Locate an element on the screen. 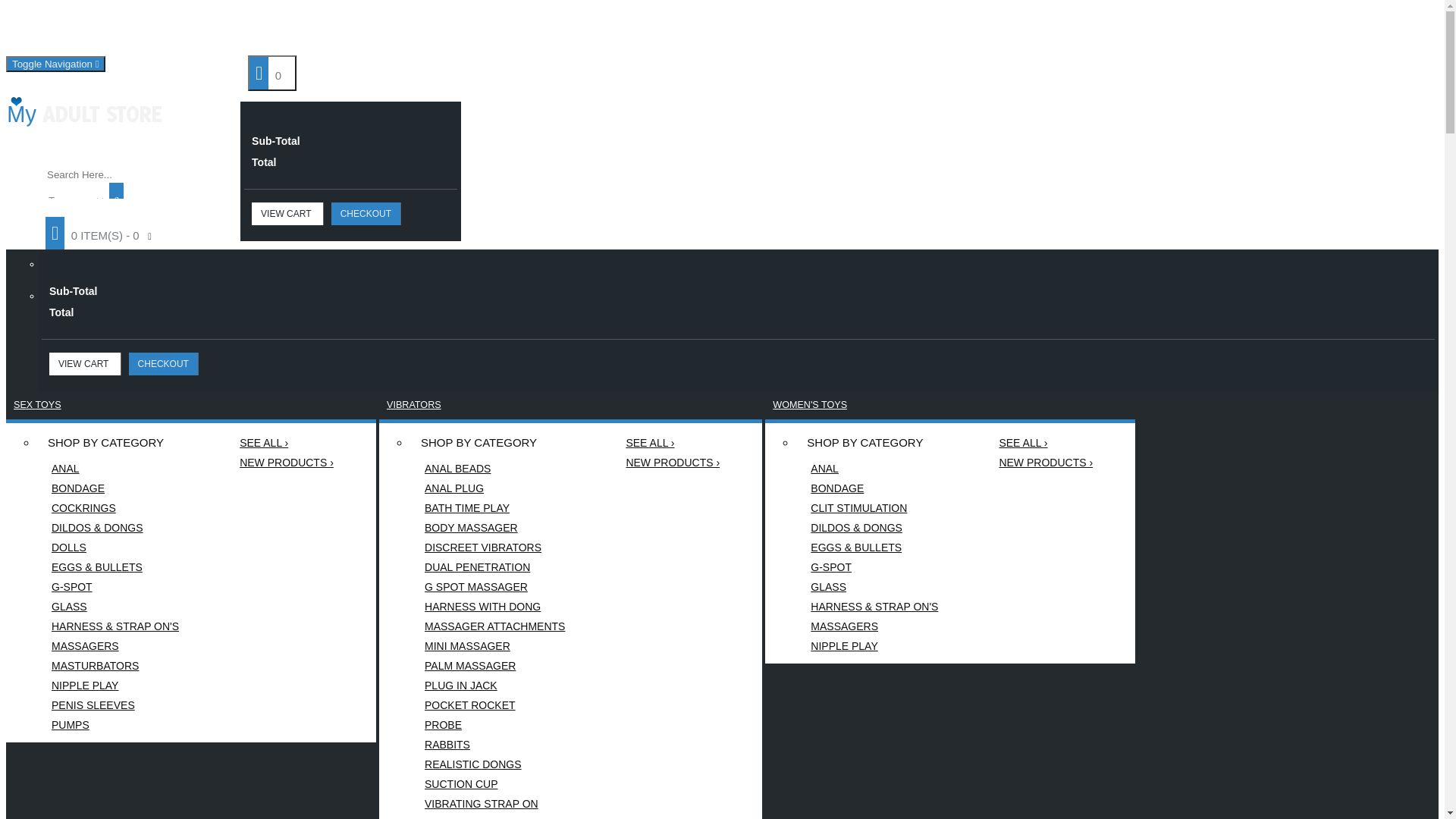 The image size is (1456, 819). 'BATH TIME PLAY' is located at coordinates (409, 508).